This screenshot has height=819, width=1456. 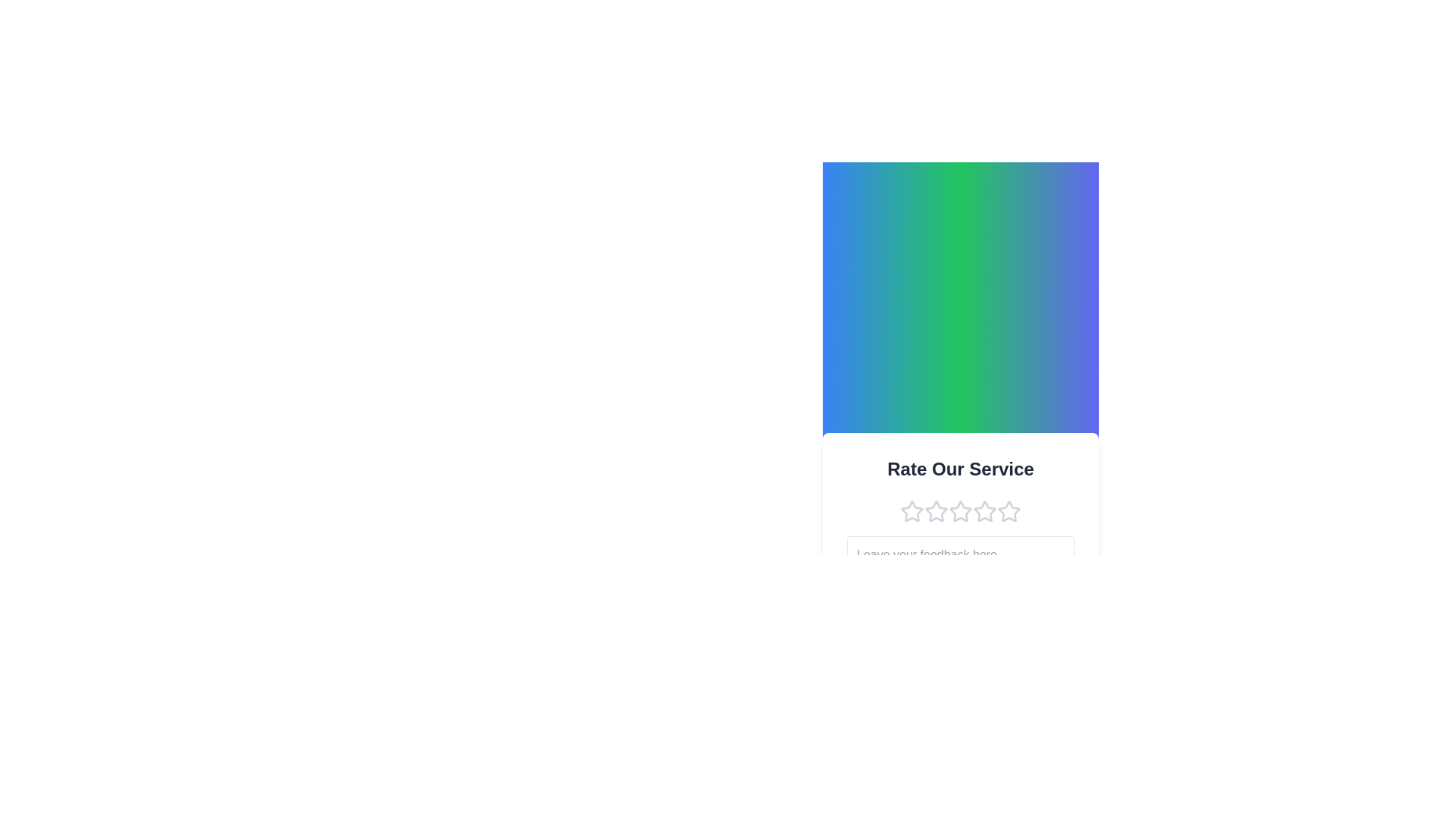 What do you see at coordinates (912, 510) in the screenshot?
I see `the first star icon in the rating control below the text 'Rate Our Service' to give a single-star rating` at bounding box center [912, 510].